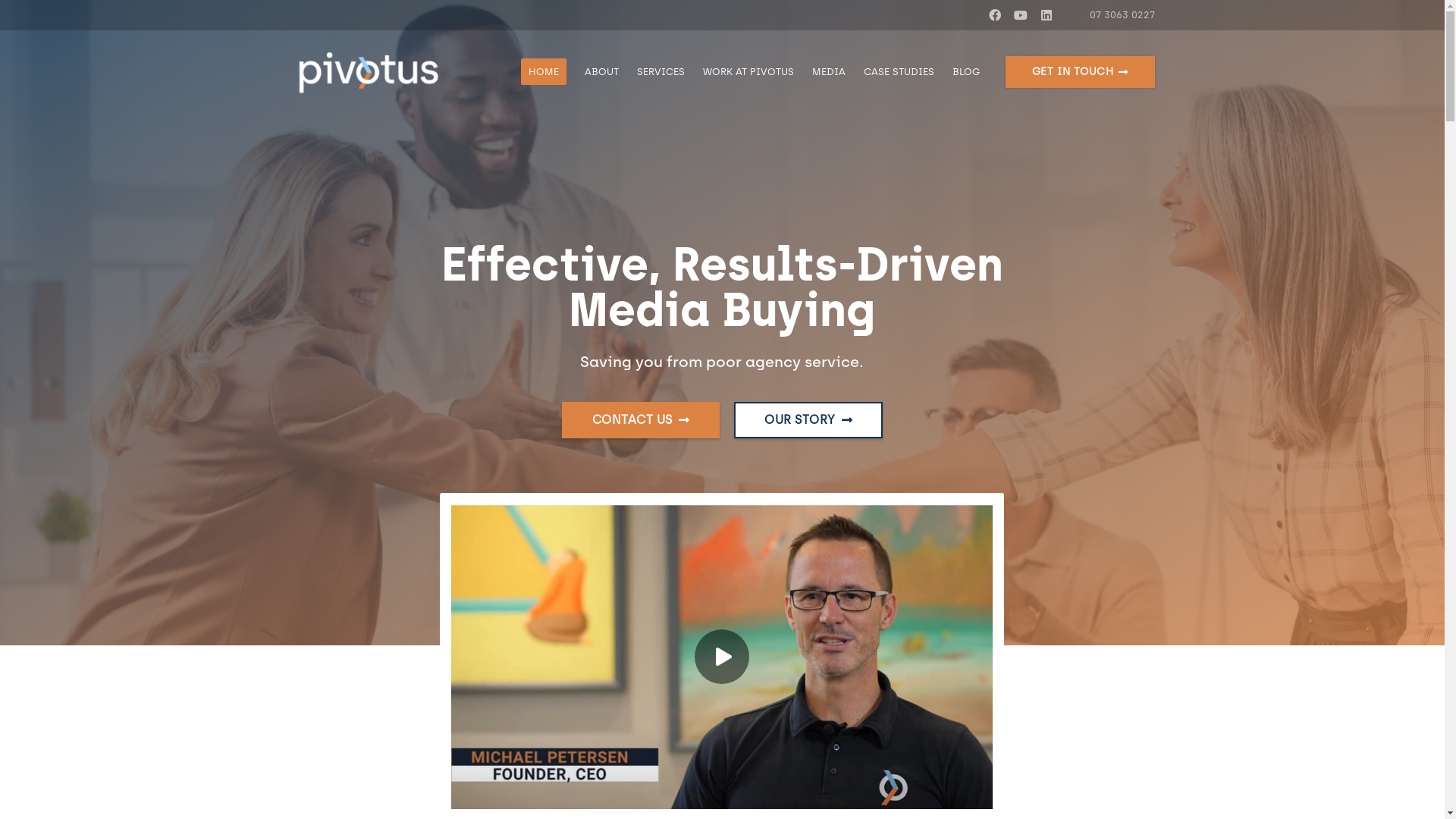  What do you see at coordinates (640, 420) in the screenshot?
I see `'CONTACT US'` at bounding box center [640, 420].